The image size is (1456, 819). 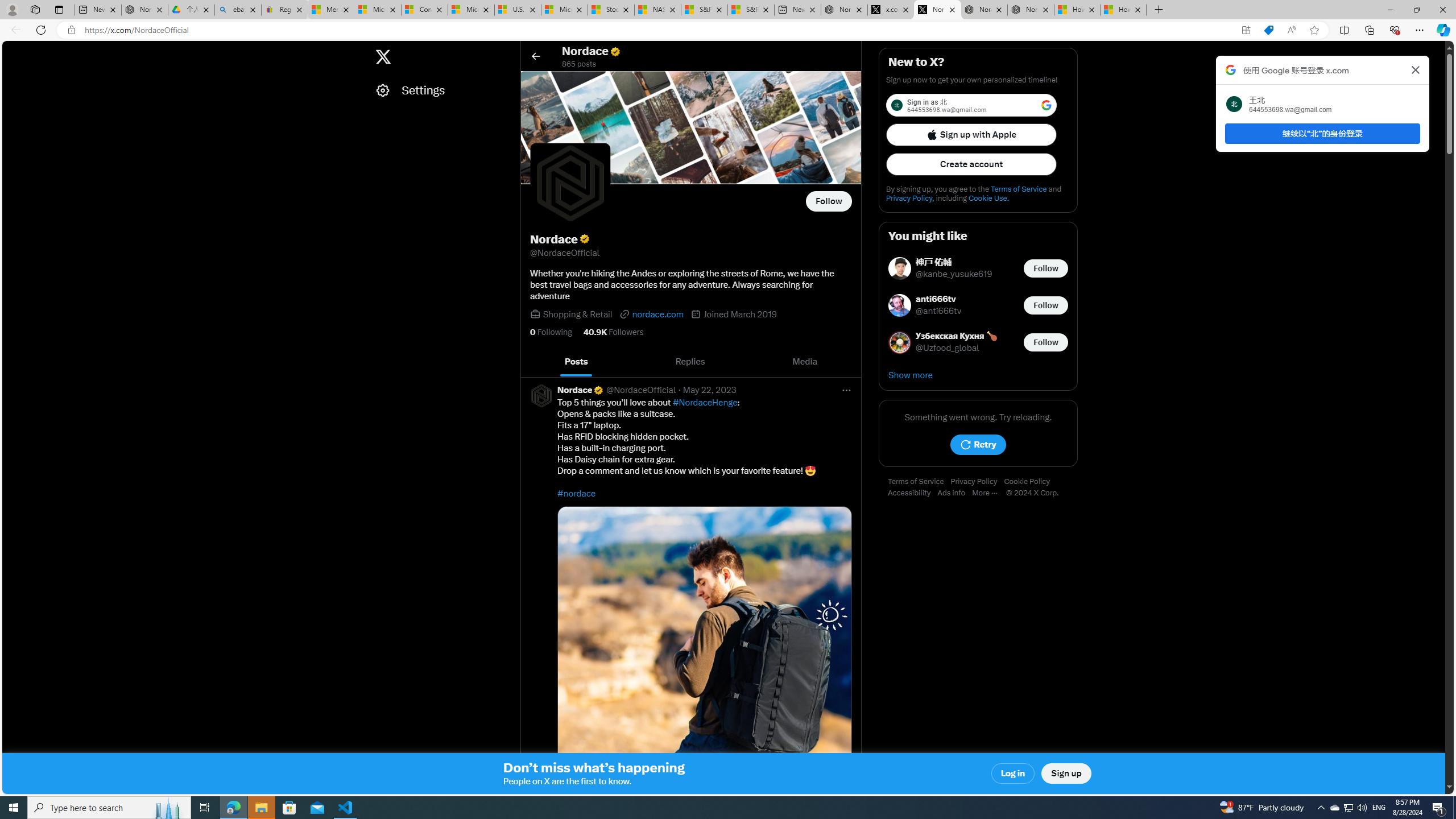 I want to click on 'nordace.com', so click(x=651, y=313).